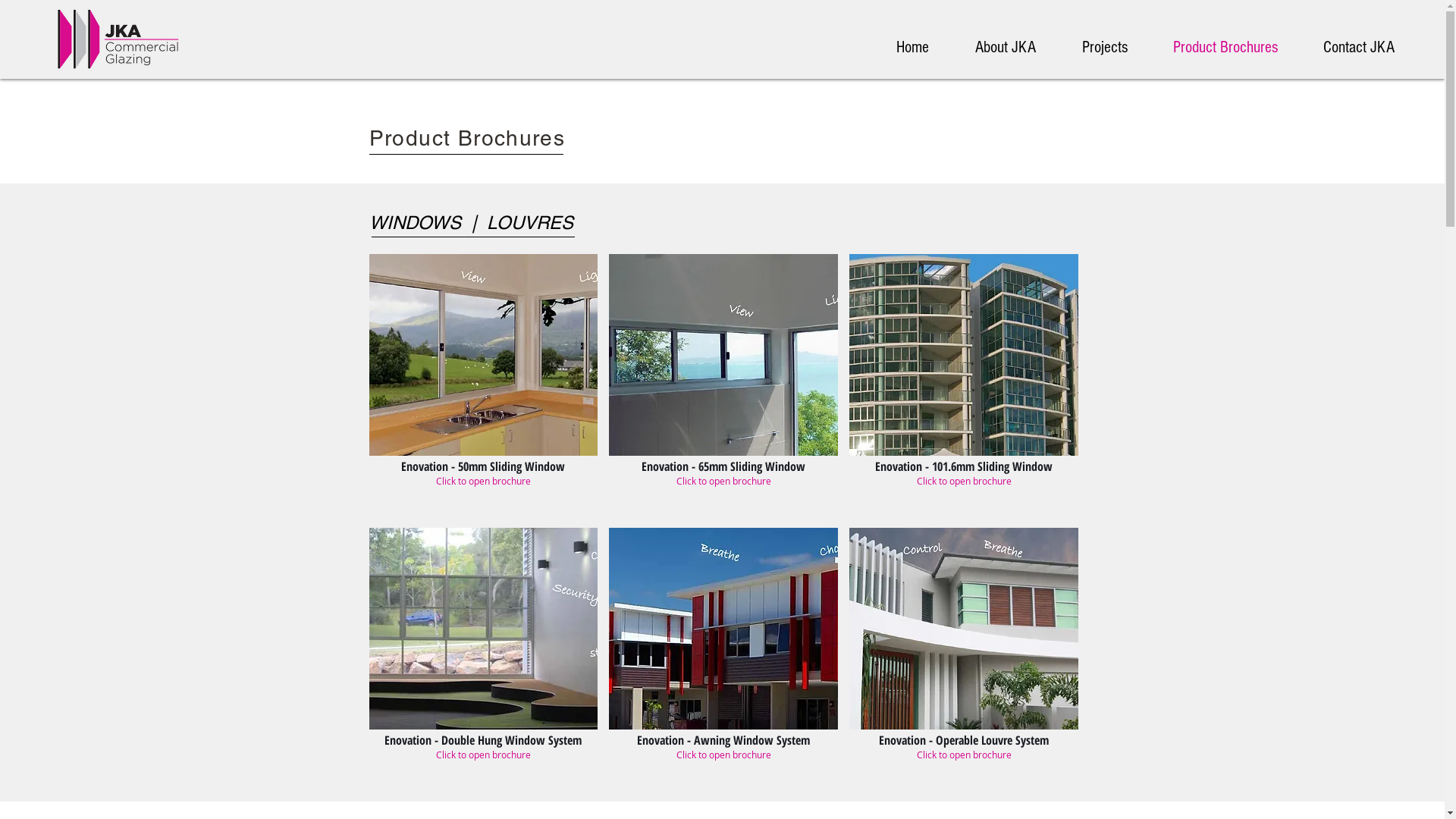 The height and width of the screenshot is (819, 1456). What do you see at coordinates (963, 384) in the screenshot?
I see `'Enovation - 101.6mm Sliding Window` at bounding box center [963, 384].